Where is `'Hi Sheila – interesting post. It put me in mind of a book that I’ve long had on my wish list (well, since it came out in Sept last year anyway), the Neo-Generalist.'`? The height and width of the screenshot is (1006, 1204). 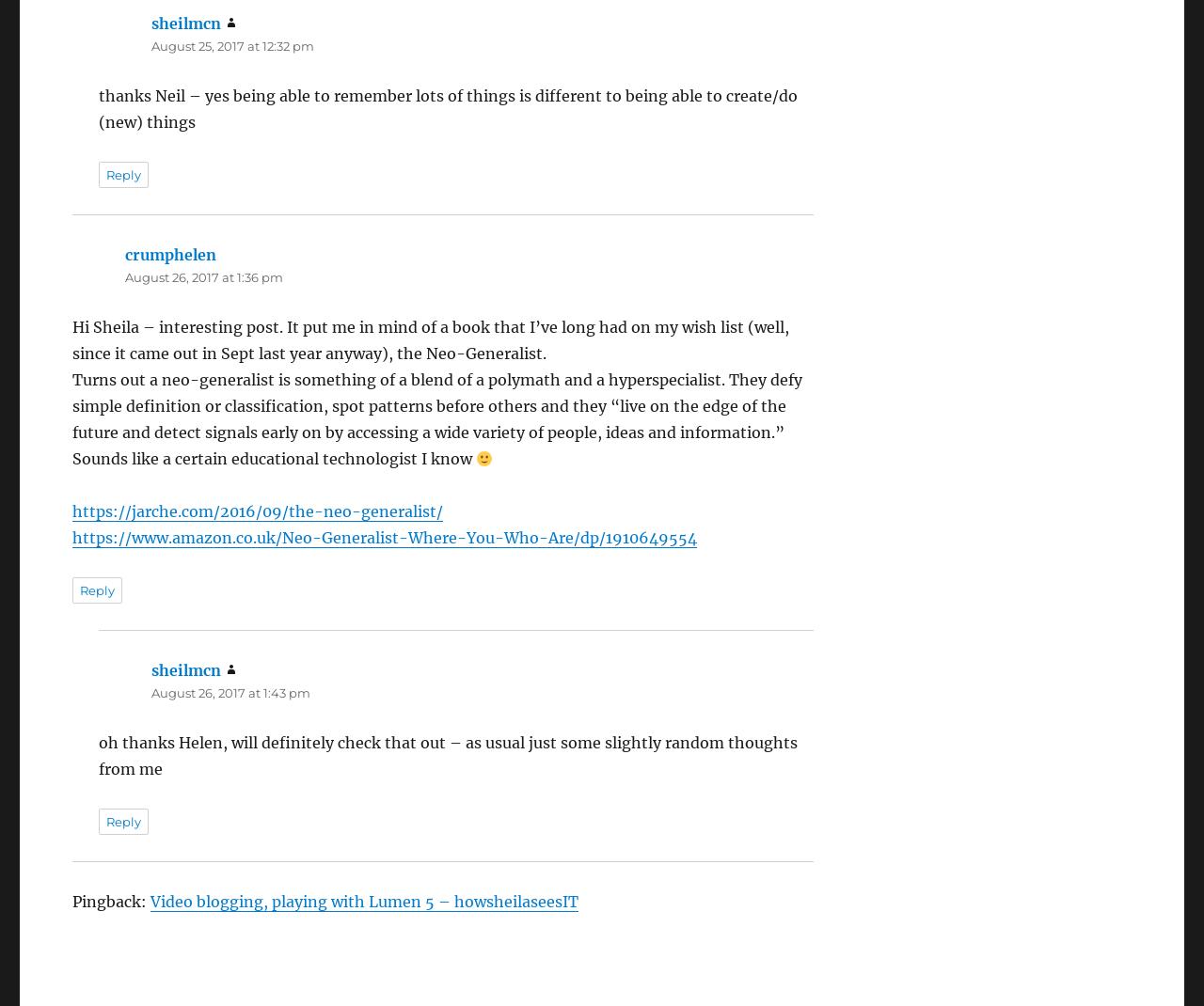
'Hi Sheila – interesting post. It put me in mind of a book that I’ve long had on my wish list (well, since it came out in Sept last year anyway), the Neo-Generalist.' is located at coordinates (429, 338).